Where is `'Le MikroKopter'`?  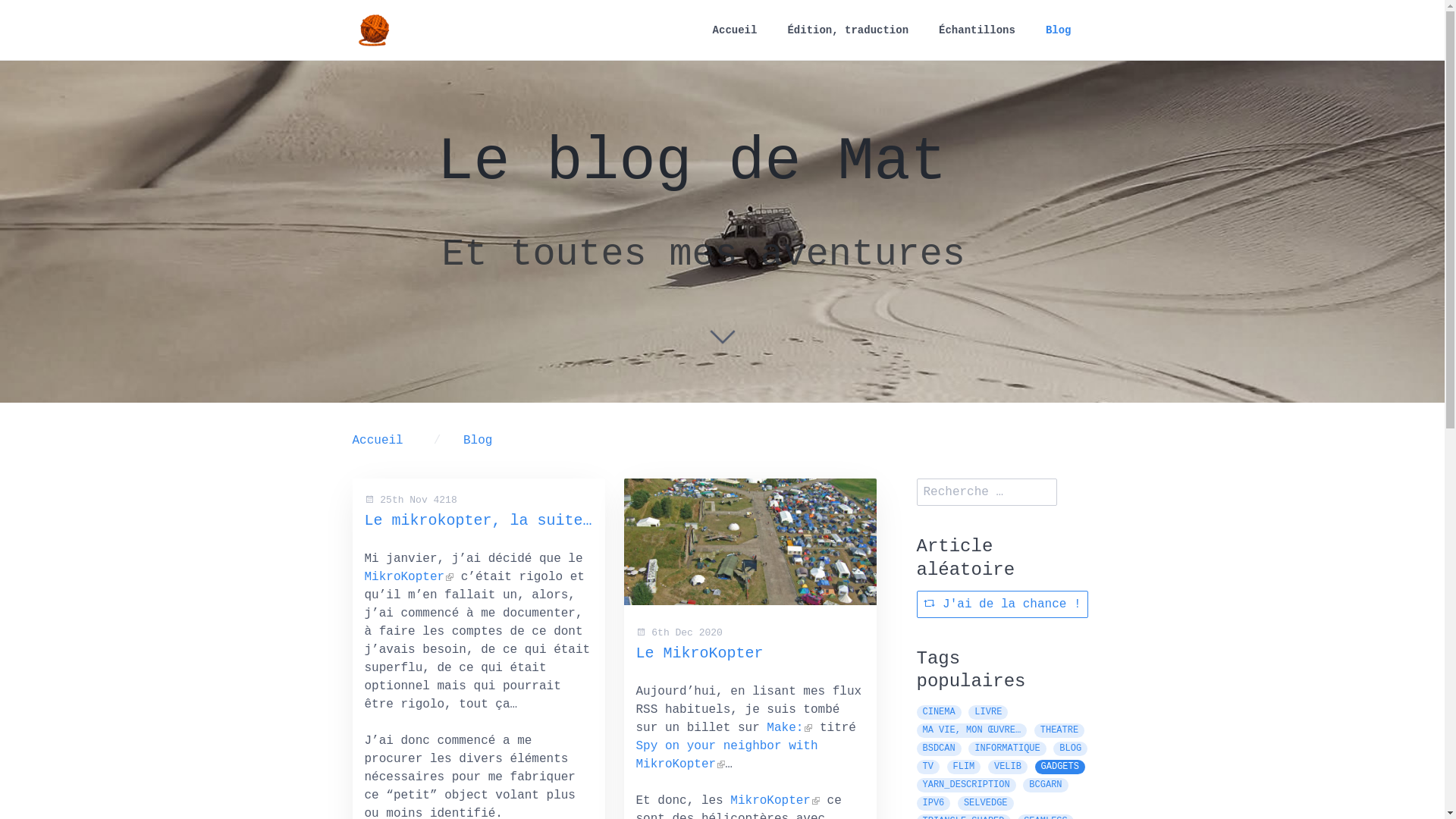
'Le MikroKopter' is located at coordinates (698, 652).